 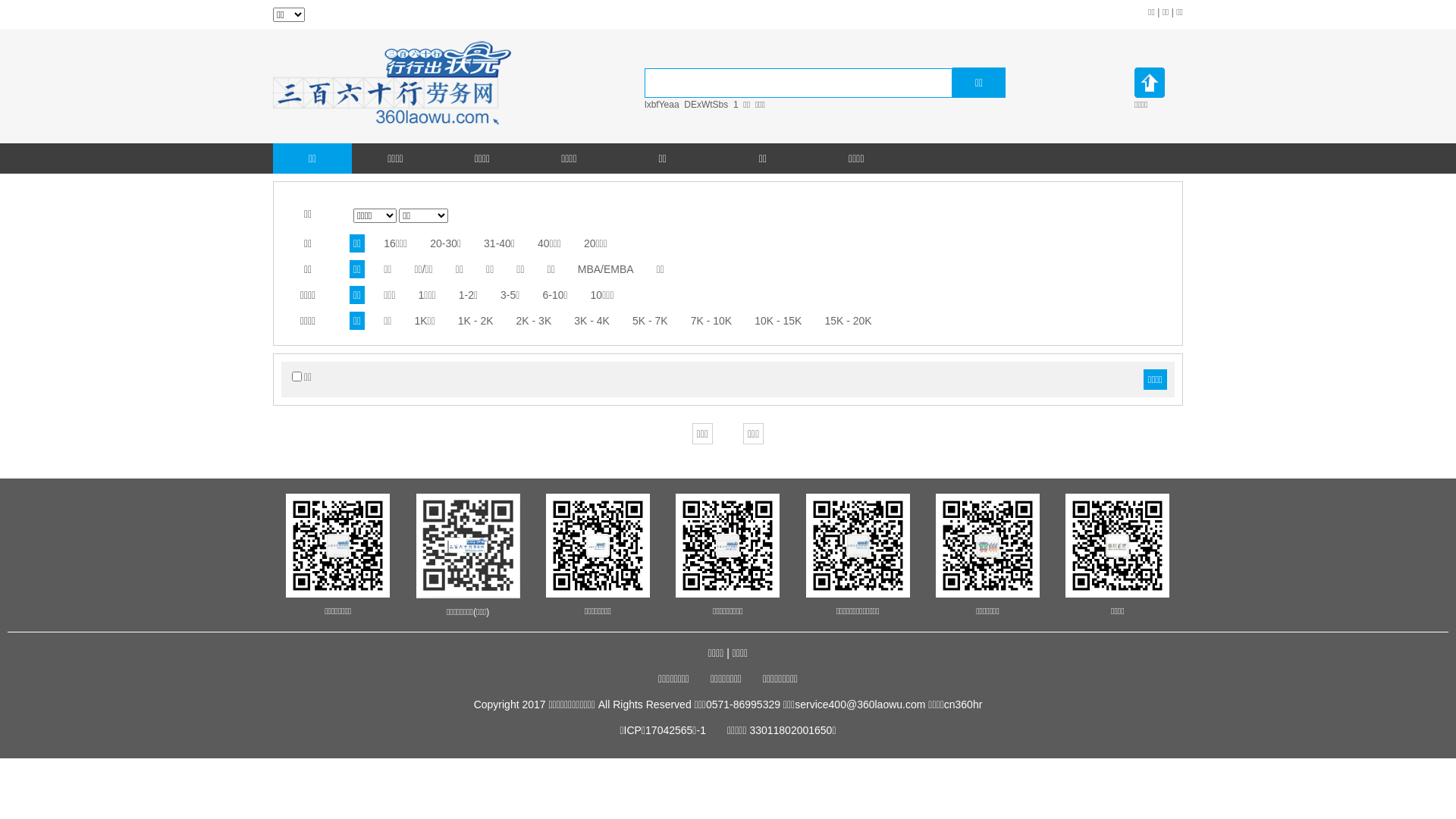 What do you see at coordinates (577, 268) in the screenshot?
I see `'MBA/EMBA'` at bounding box center [577, 268].